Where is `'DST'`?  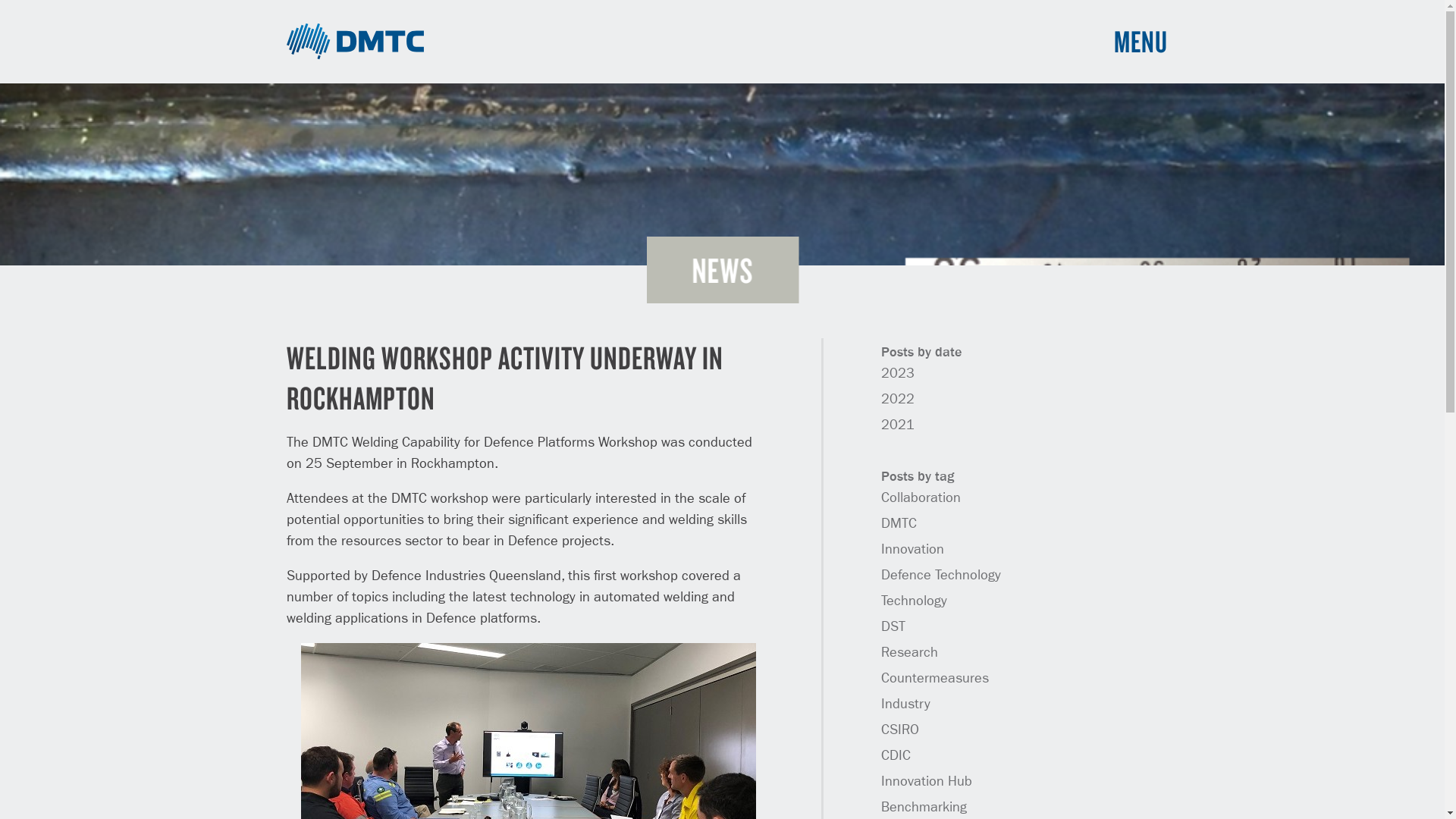 'DST' is located at coordinates (893, 626).